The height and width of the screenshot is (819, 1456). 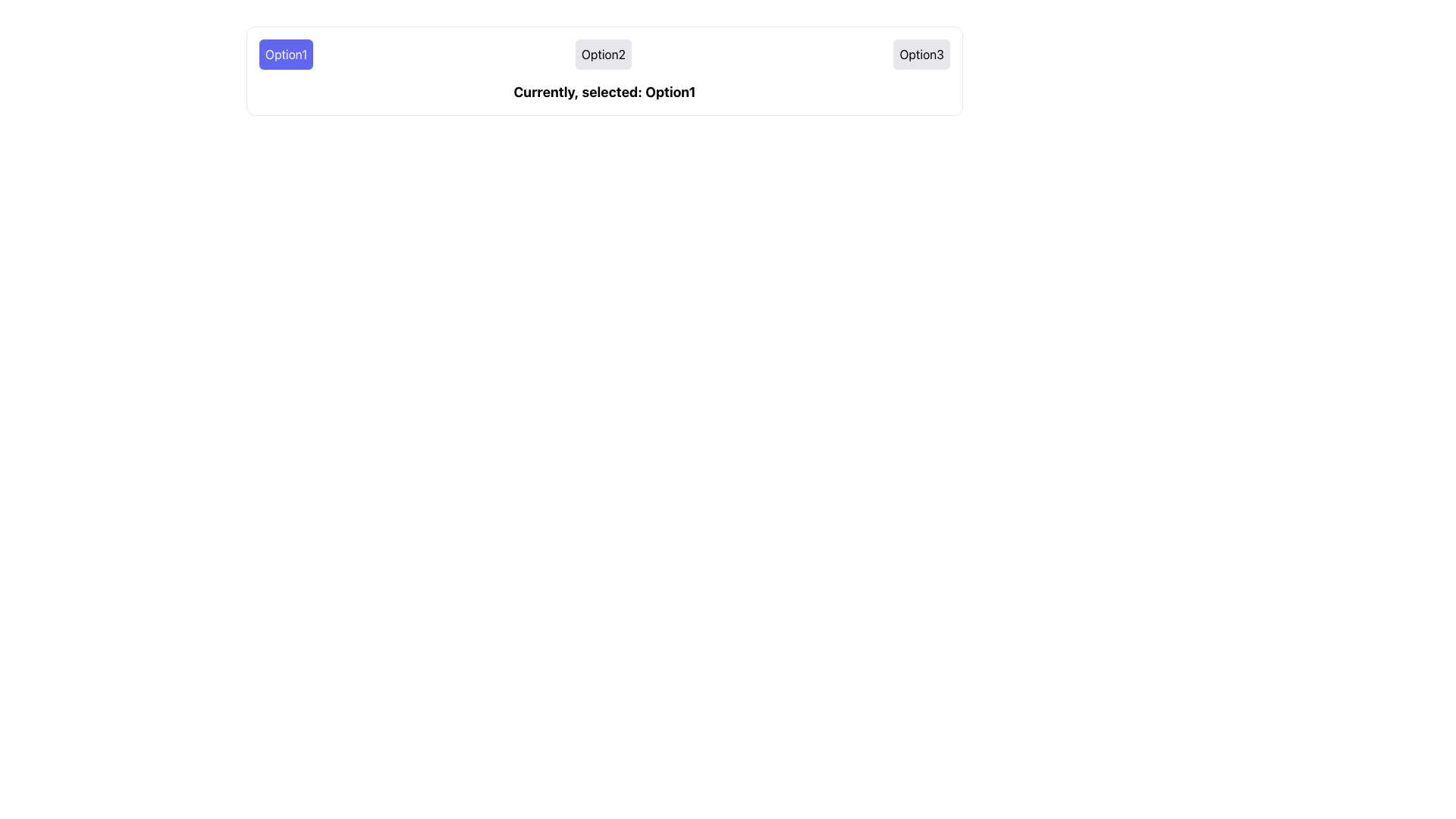 What do you see at coordinates (286, 54) in the screenshot?
I see `the selectable option button labeled 'Option1'` at bounding box center [286, 54].